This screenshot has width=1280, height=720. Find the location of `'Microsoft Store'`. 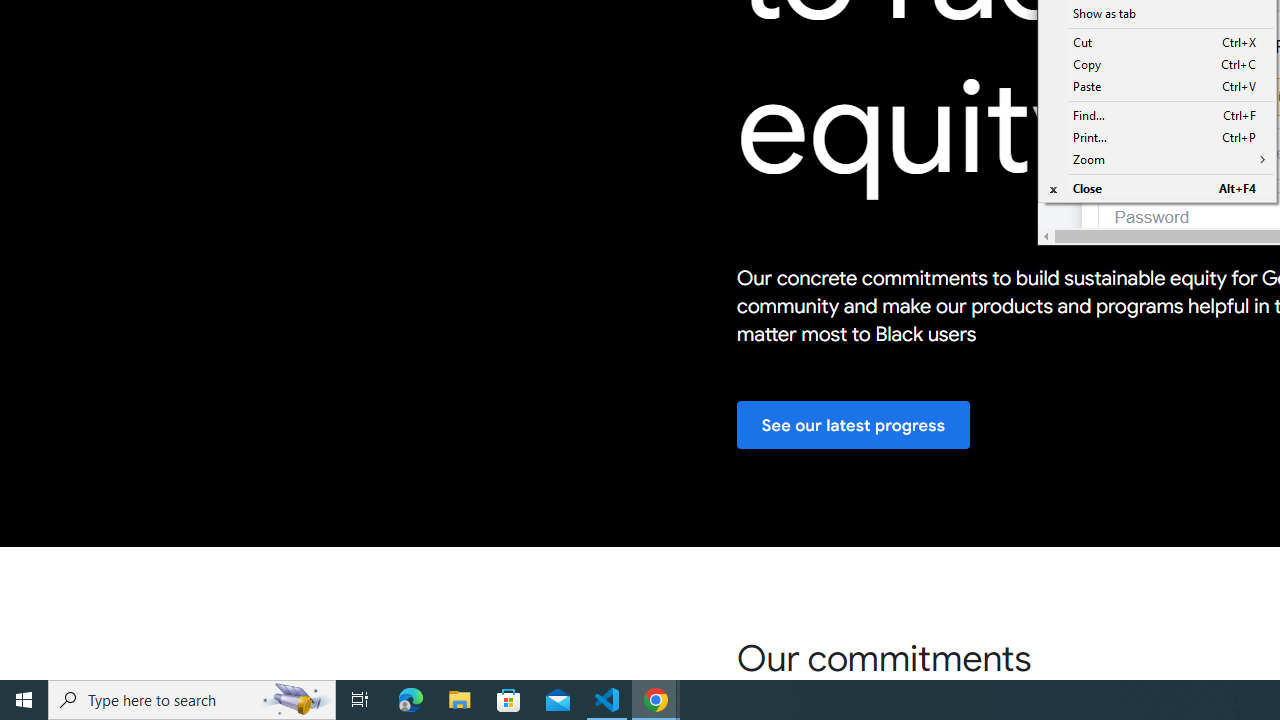

'Microsoft Store' is located at coordinates (509, 698).